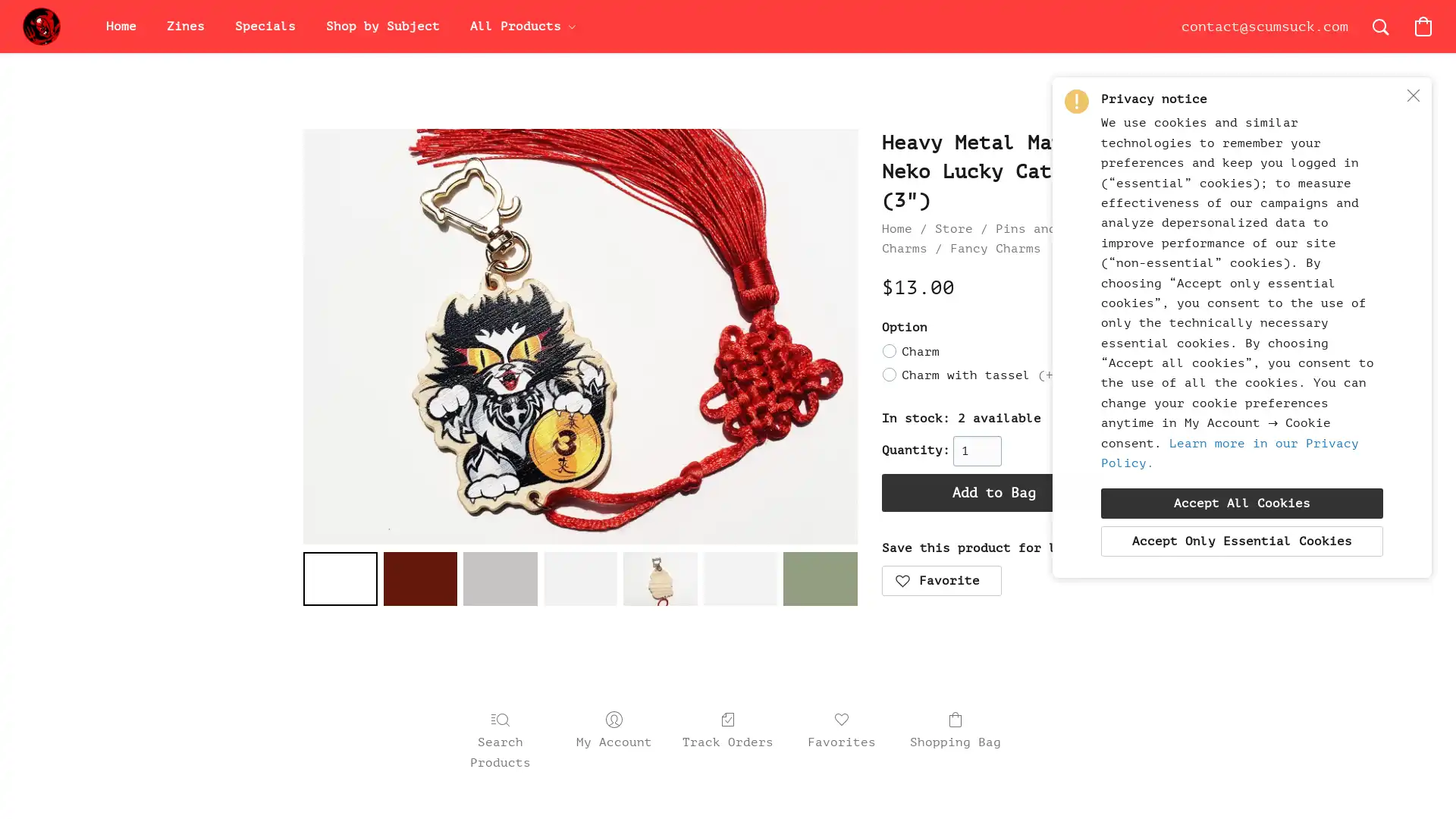 This screenshot has height=819, width=1456. What do you see at coordinates (993, 491) in the screenshot?
I see `Add to Bag` at bounding box center [993, 491].